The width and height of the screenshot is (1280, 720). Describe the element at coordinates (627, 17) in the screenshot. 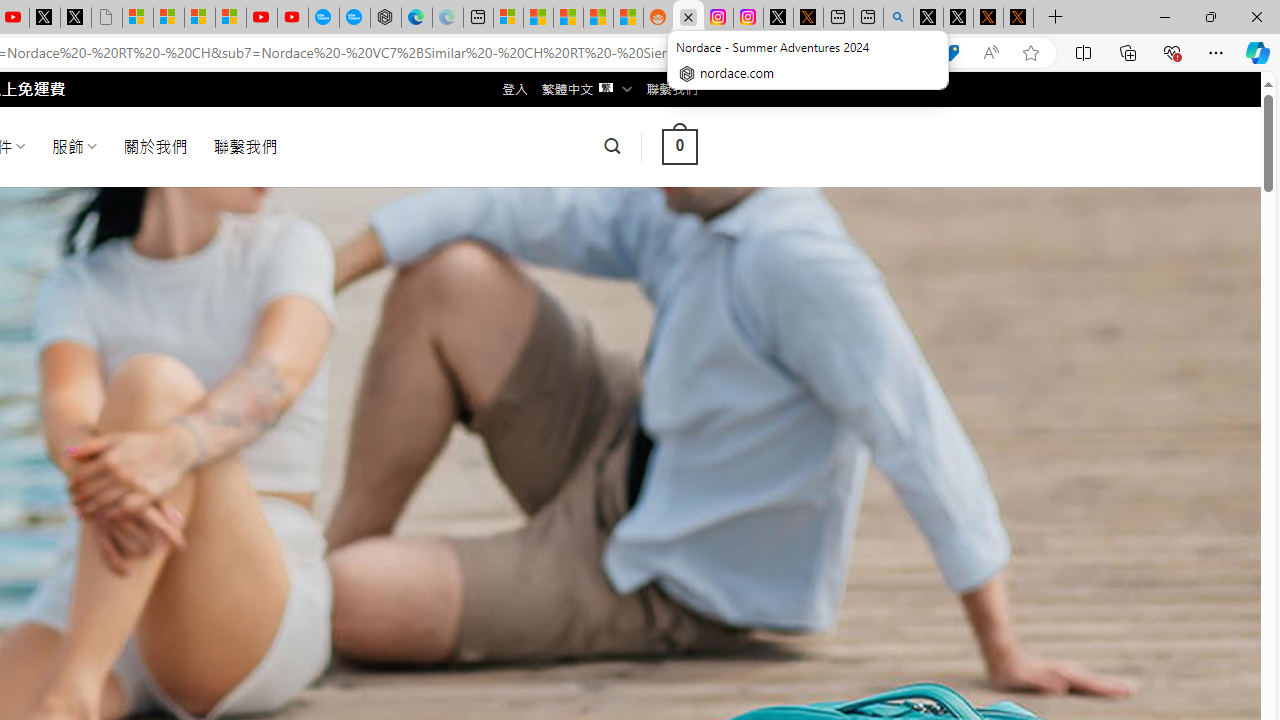

I see `'Shanghai, China Weather trends | Microsoft Weather'` at that location.